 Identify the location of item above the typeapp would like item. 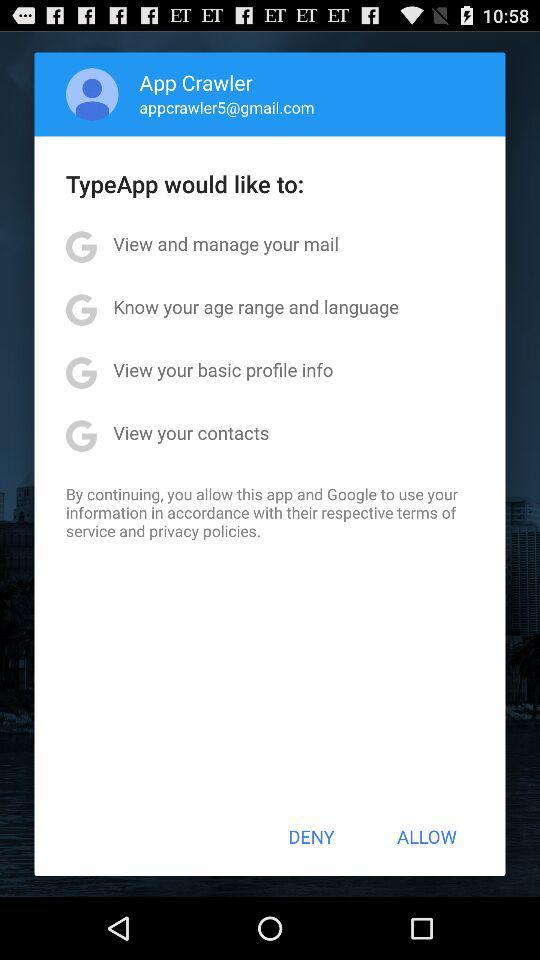
(91, 94).